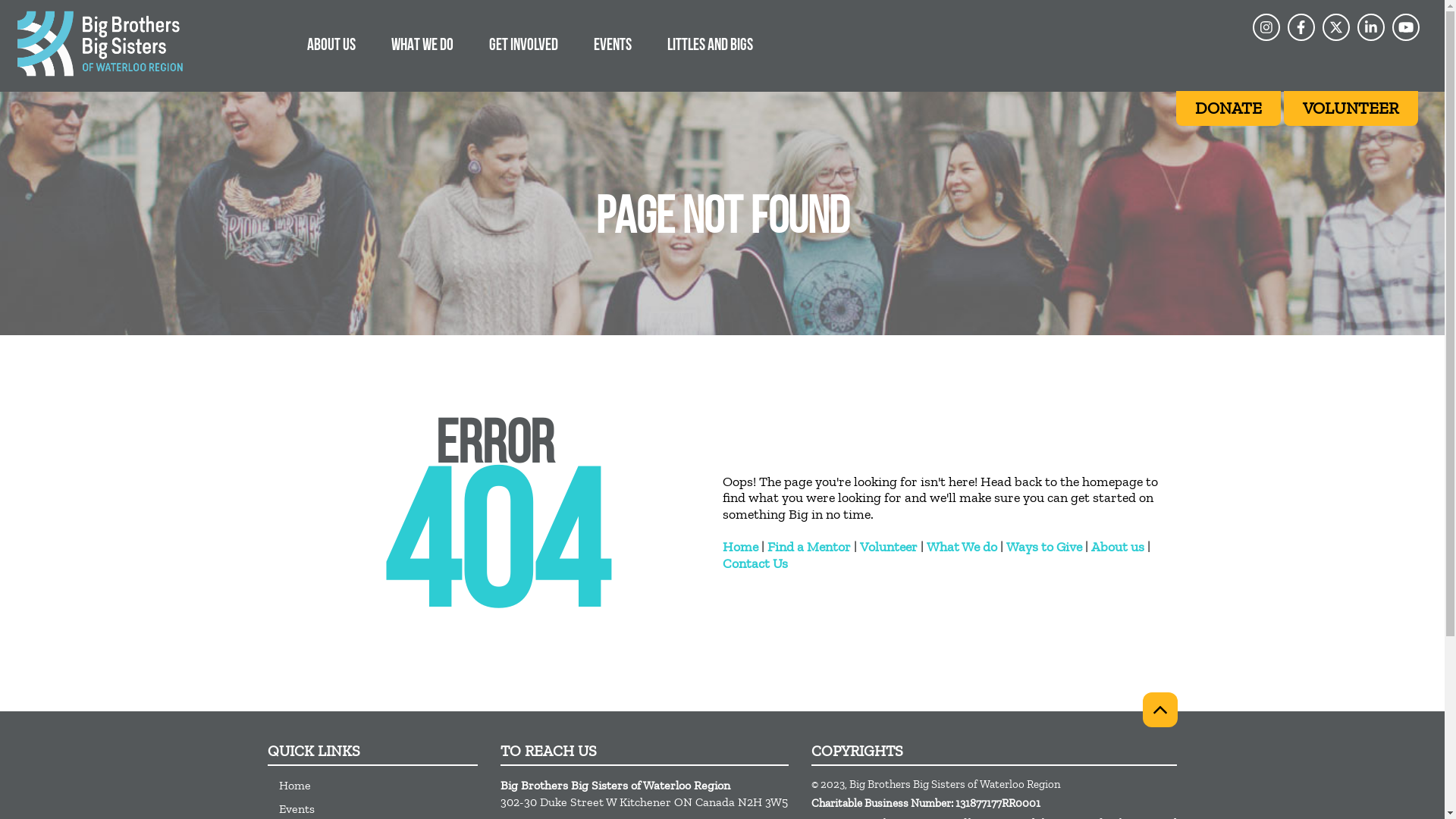  Describe the element at coordinates (754, 563) in the screenshot. I see `'Contact Us'` at that location.